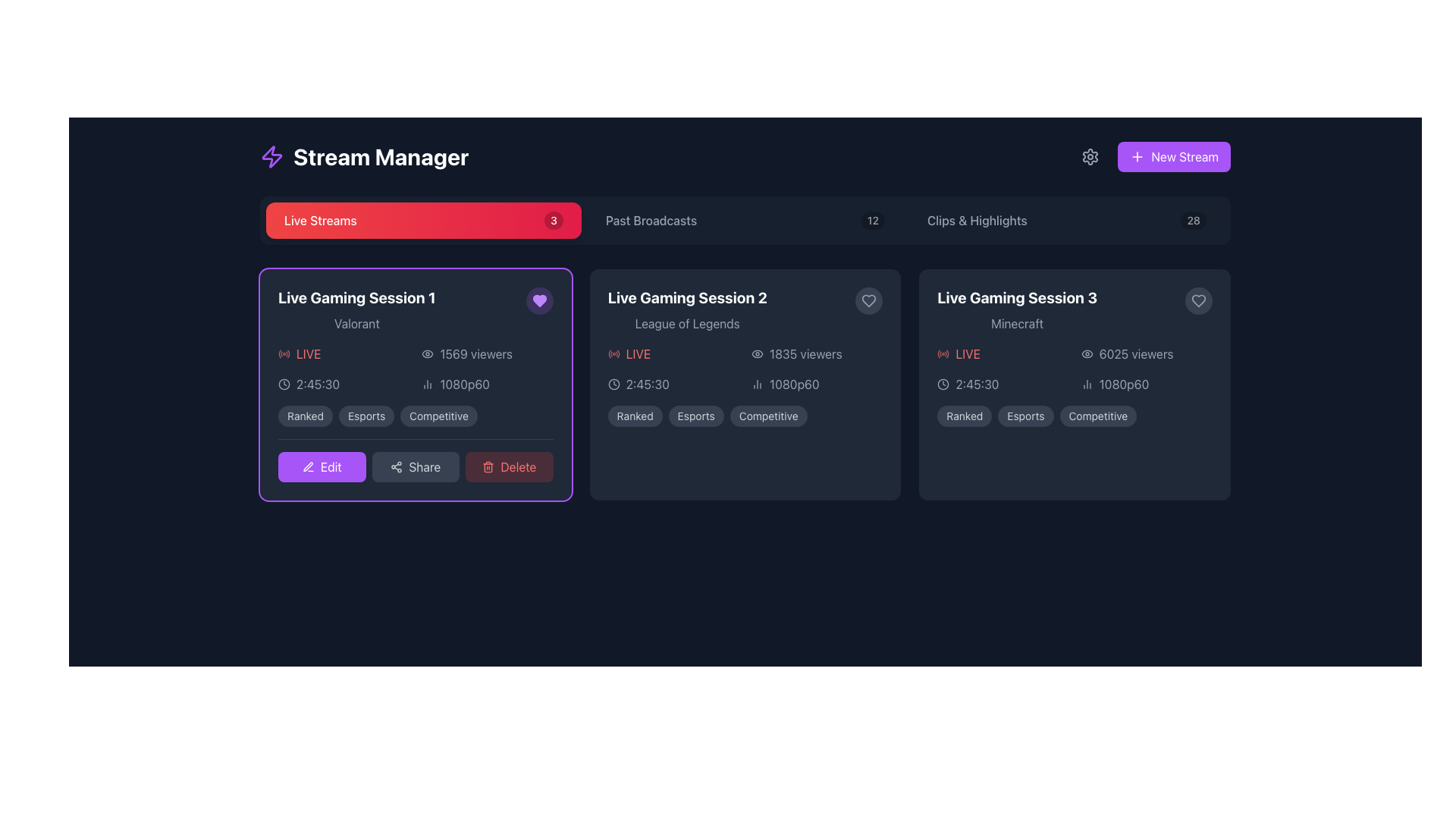 Image resolution: width=1456 pixels, height=819 pixels. Describe the element at coordinates (686, 323) in the screenshot. I see `the text label displaying 'League of Legends' which is styled in gray and located below the title 'Live Gaming Session 2'` at that location.